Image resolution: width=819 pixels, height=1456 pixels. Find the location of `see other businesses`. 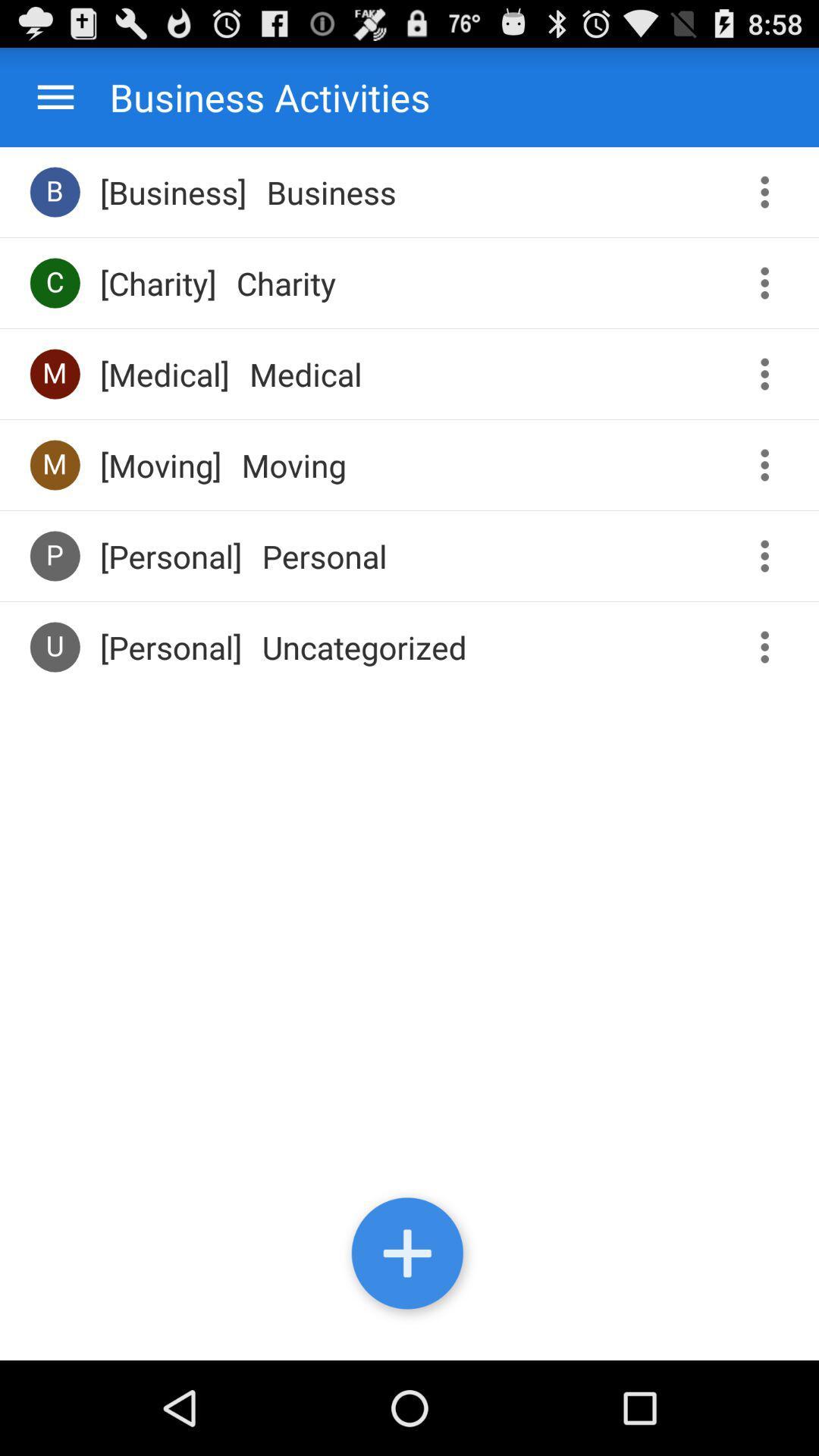

see other businesses is located at coordinates (770, 191).